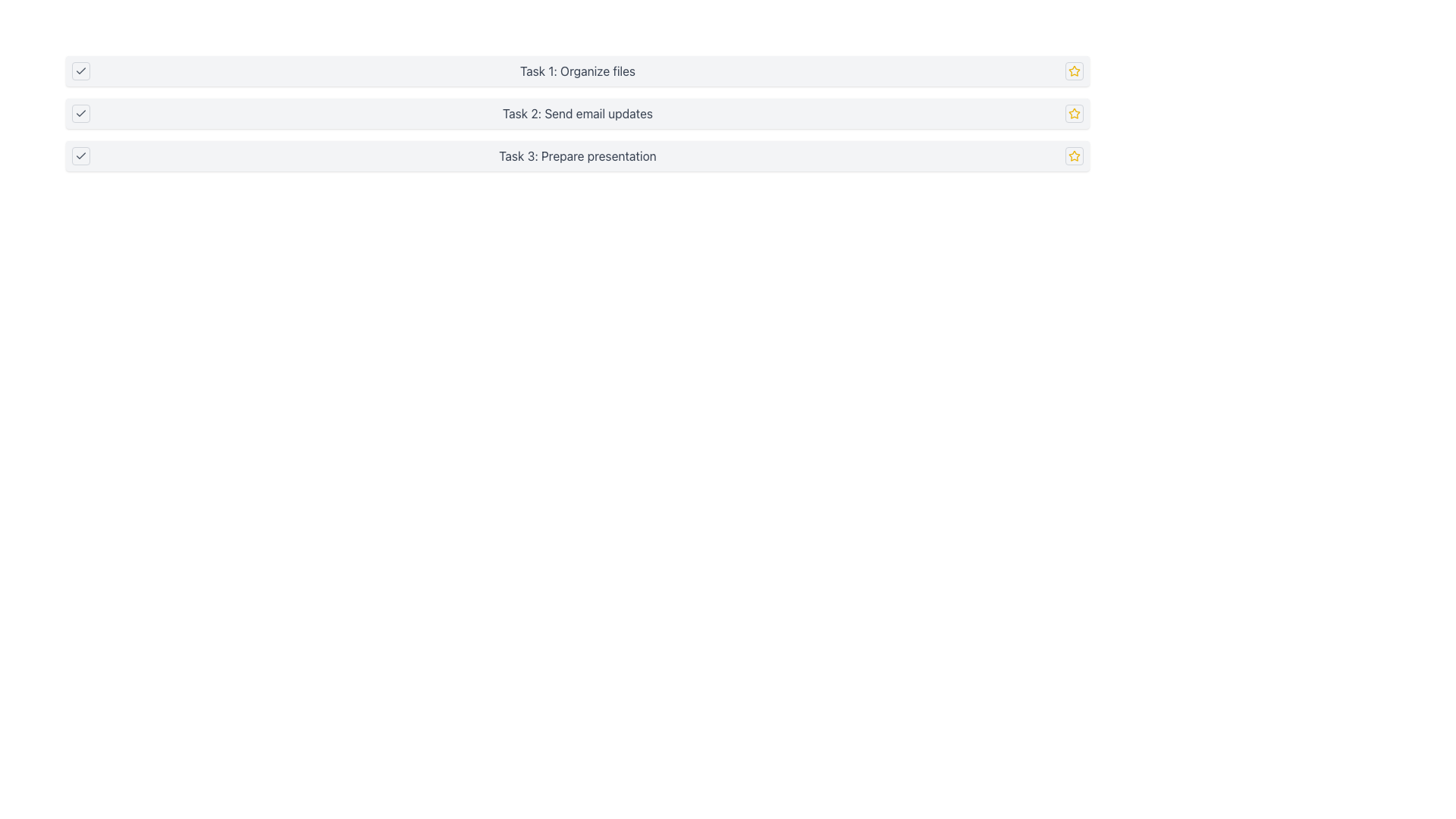 Image resolution: width=1456 pixels, height=819 pixels. Describe the element at coordinates (80, 71) in the screenshot. I see `the checkbox located on the leftmost side of the task item labeled 'Task 1: Organize files'` at that location.